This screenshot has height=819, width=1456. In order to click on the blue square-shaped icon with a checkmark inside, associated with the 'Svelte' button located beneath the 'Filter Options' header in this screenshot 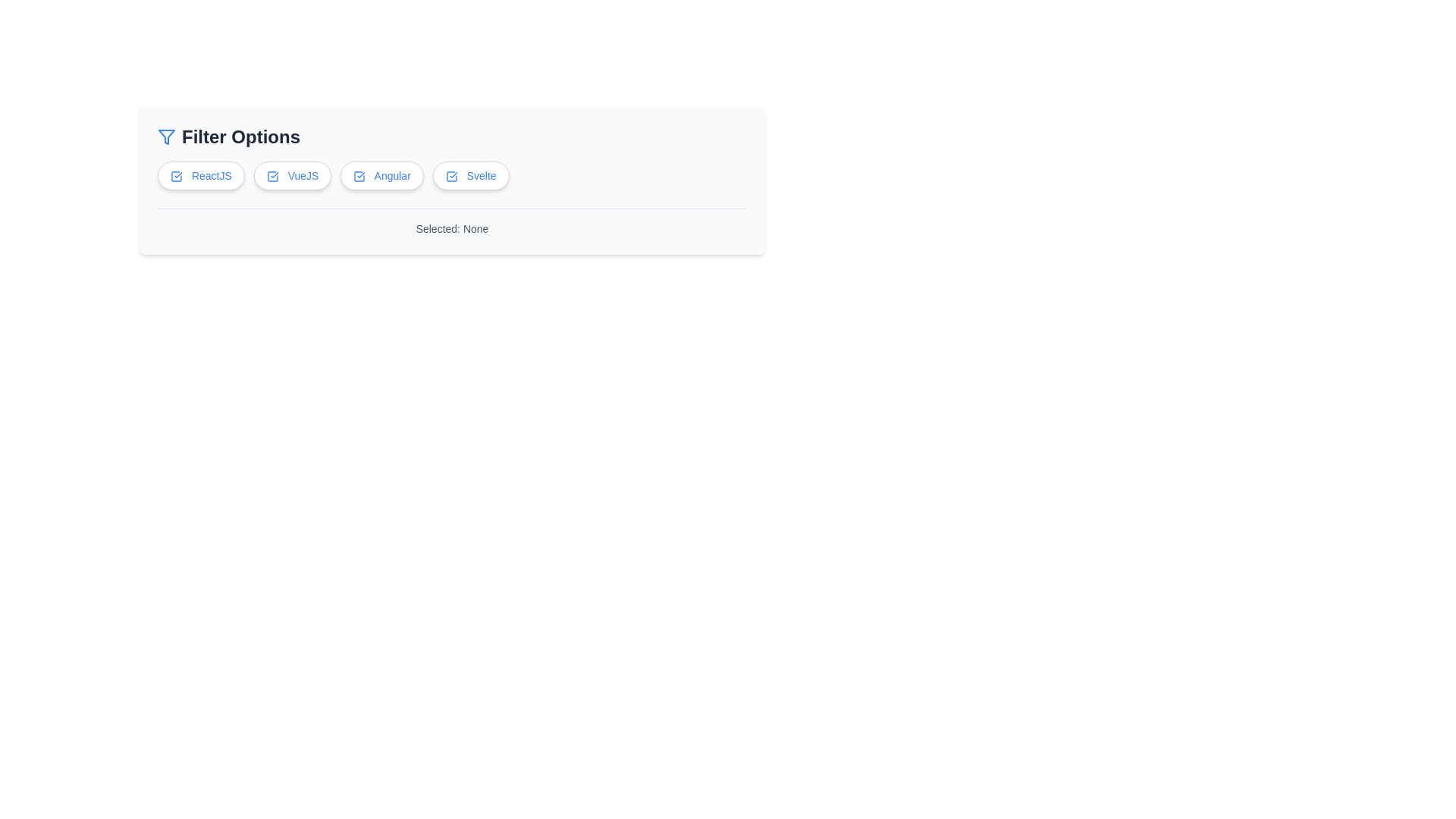, I will do `click(450, 176)`.